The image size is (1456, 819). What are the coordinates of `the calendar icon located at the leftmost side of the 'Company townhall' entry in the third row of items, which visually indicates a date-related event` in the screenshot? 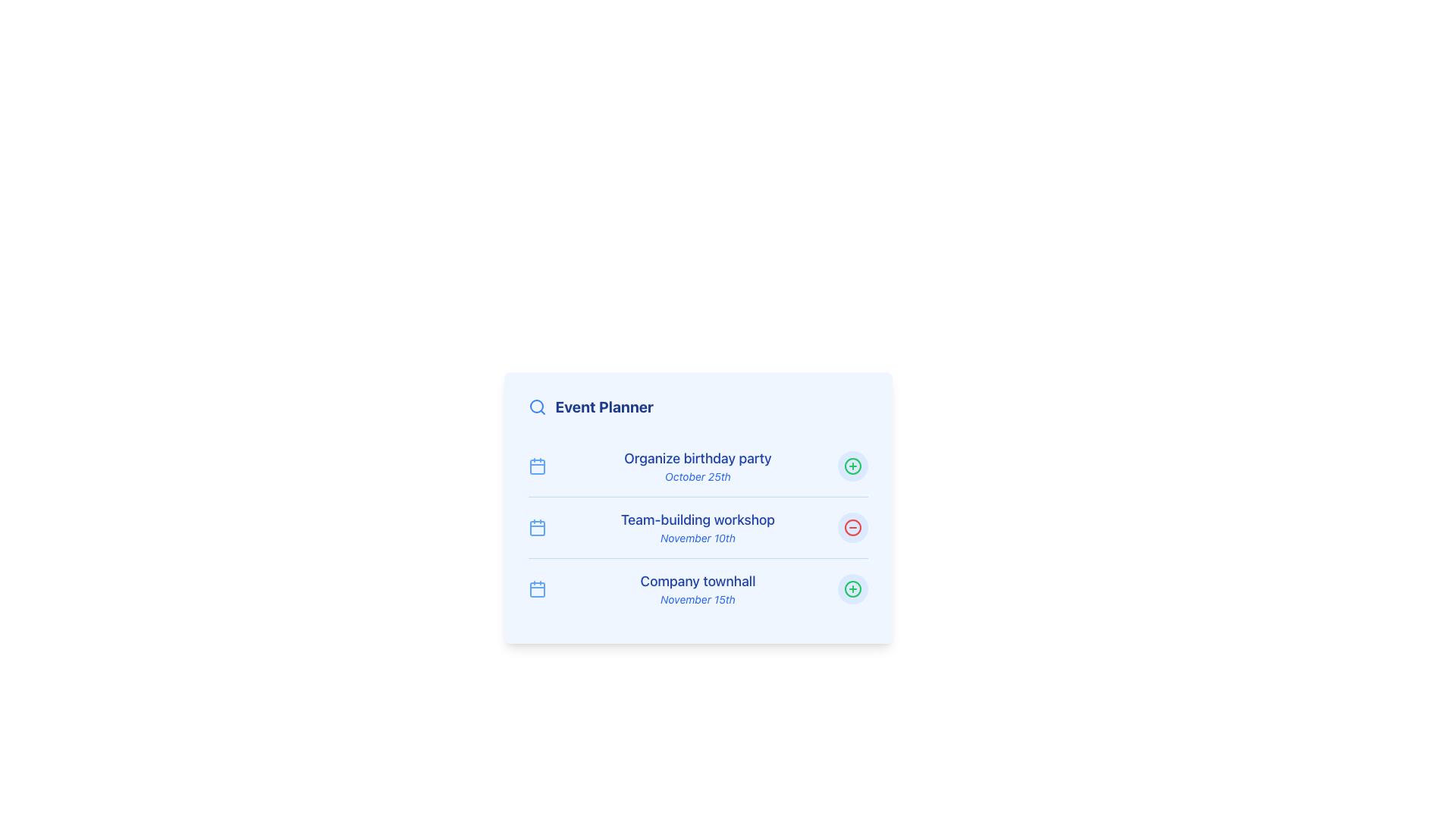 It's located at (537, 588).